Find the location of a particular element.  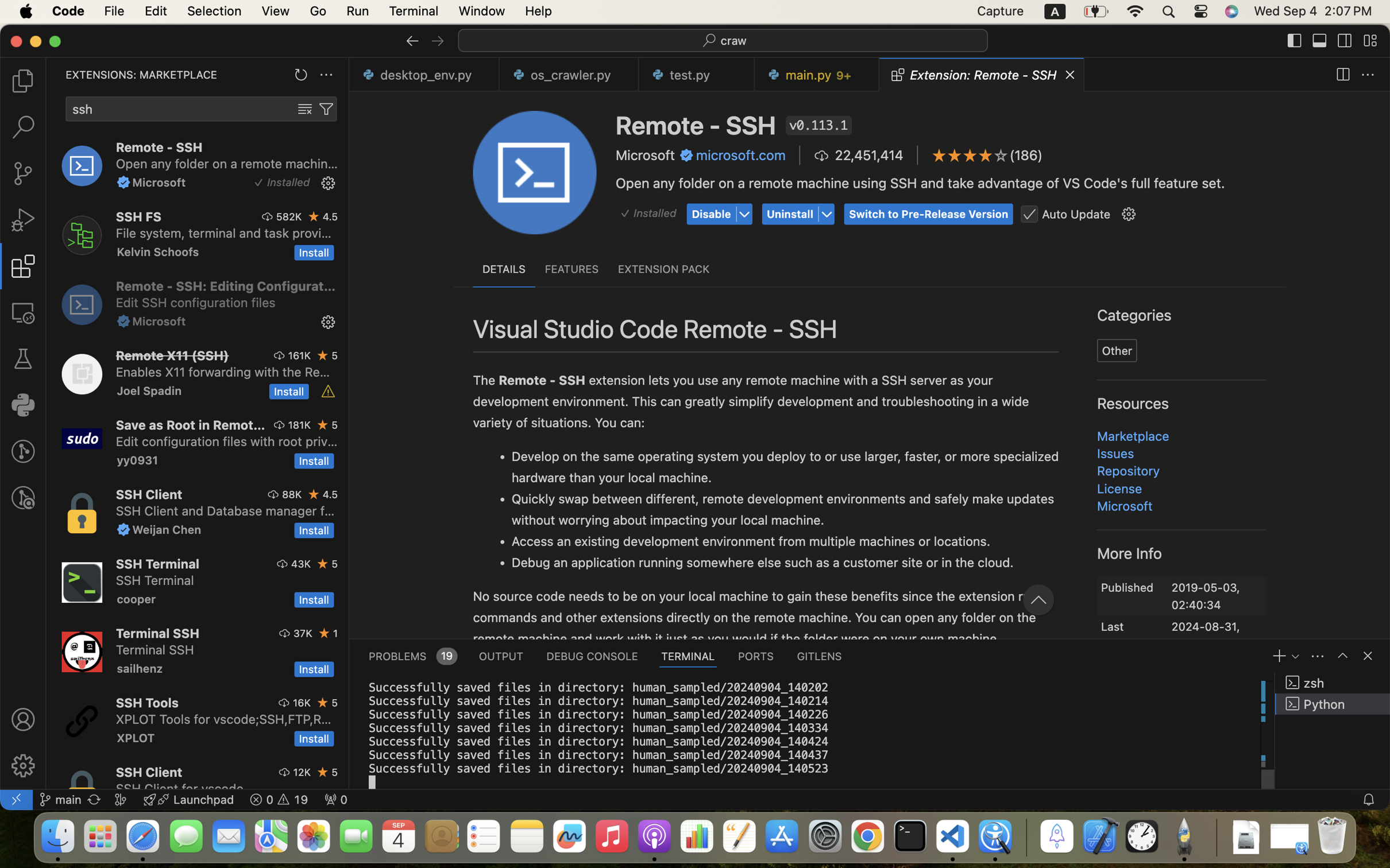

'' is located at coordinates (1343, 656).